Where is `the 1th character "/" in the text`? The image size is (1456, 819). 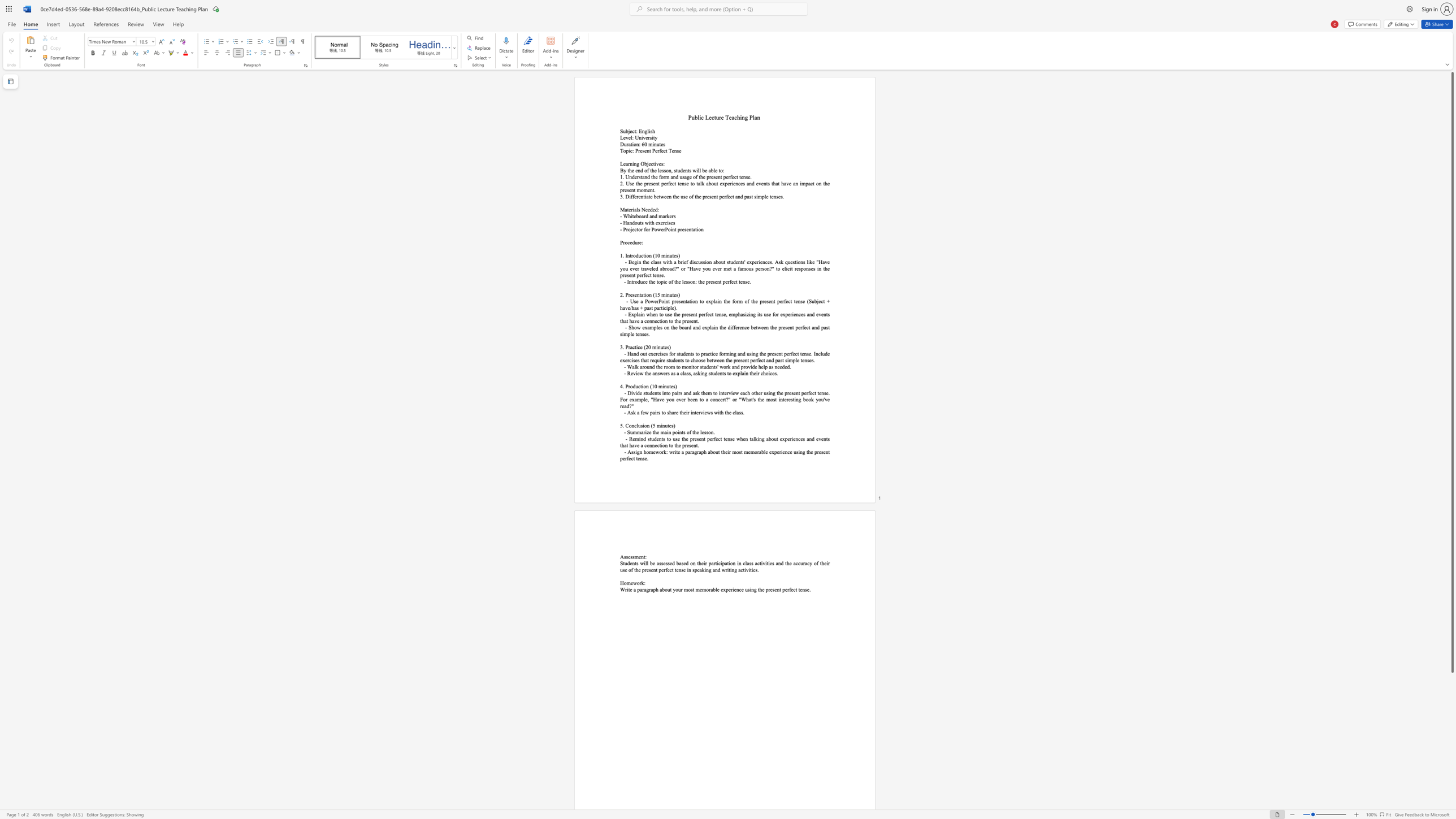 the 1th character "/" in the text is located at coordinates (630, 307).